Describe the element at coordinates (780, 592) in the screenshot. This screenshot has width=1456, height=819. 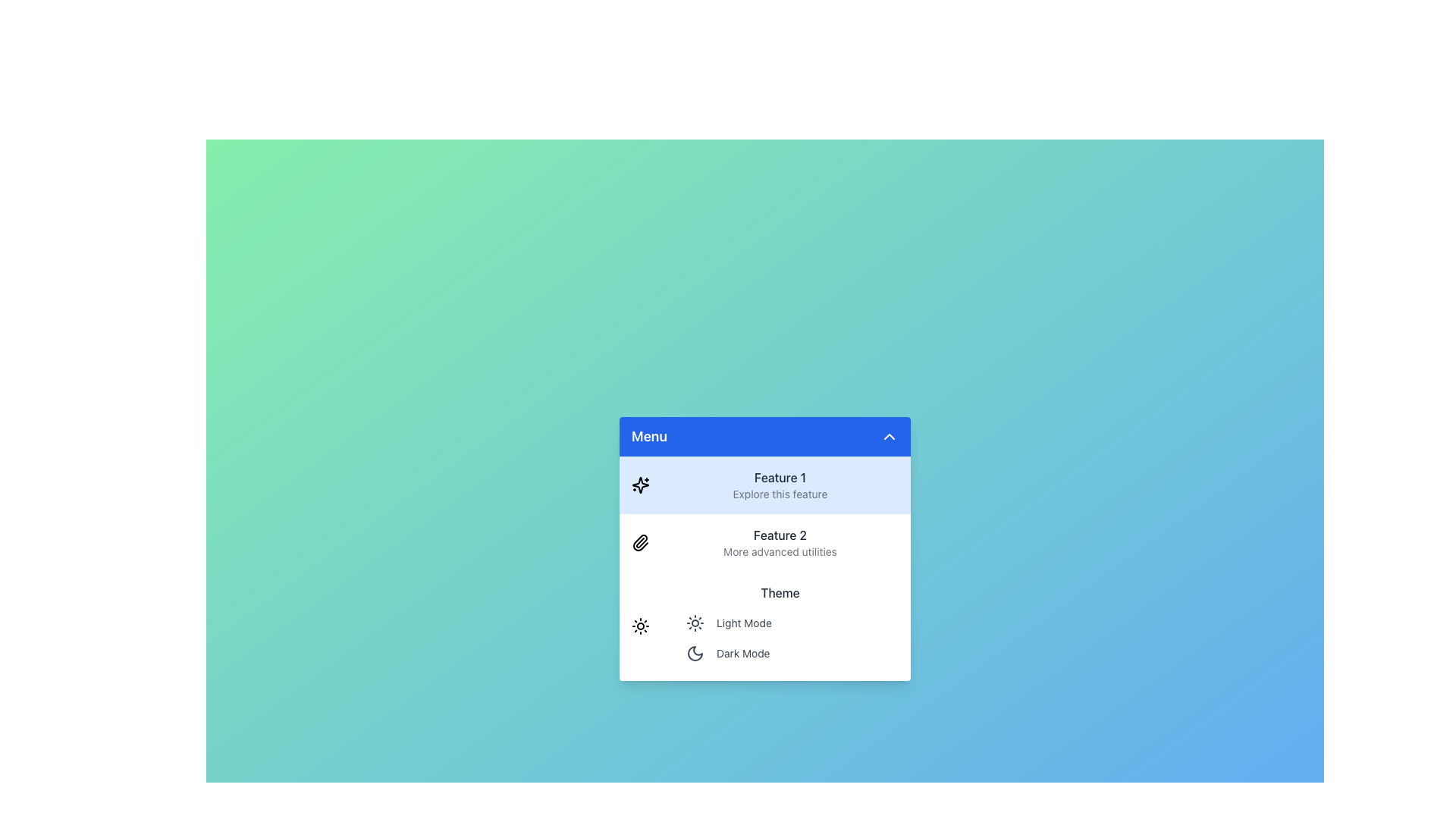
I see `text label that reads 'Theme', which is styled with medium font weight and dark gray color, located immediately below the 'Feature 2' section in the menu interface` at that location.